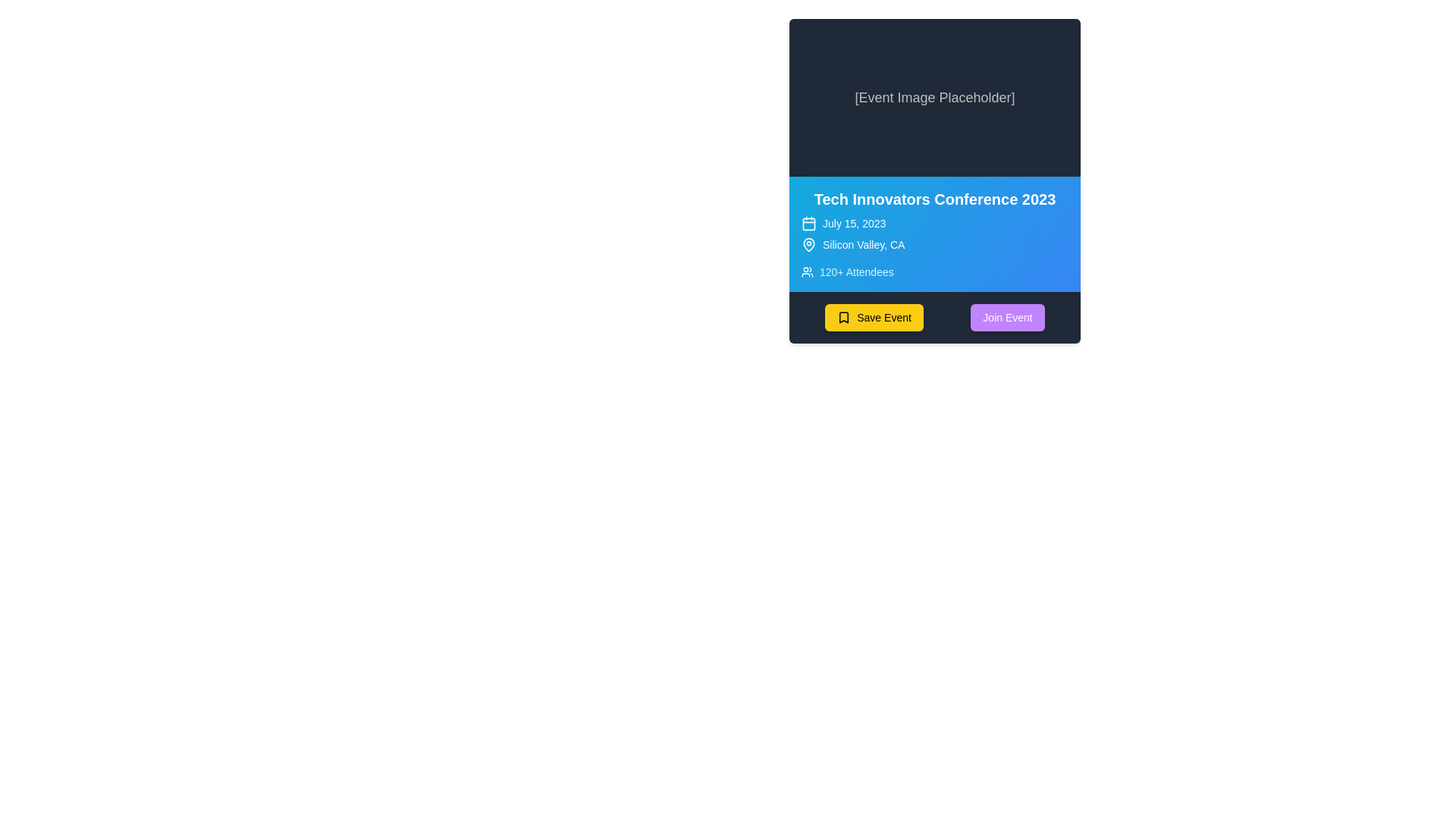  What do you see at coordinates (934, 97) in the screenshot?
I see `the image placeholder at the top of the card layout, which has a dark gray background and displays the text '[Event Image Placeholder]' in a lighter font` at bounding box center [934, 97].